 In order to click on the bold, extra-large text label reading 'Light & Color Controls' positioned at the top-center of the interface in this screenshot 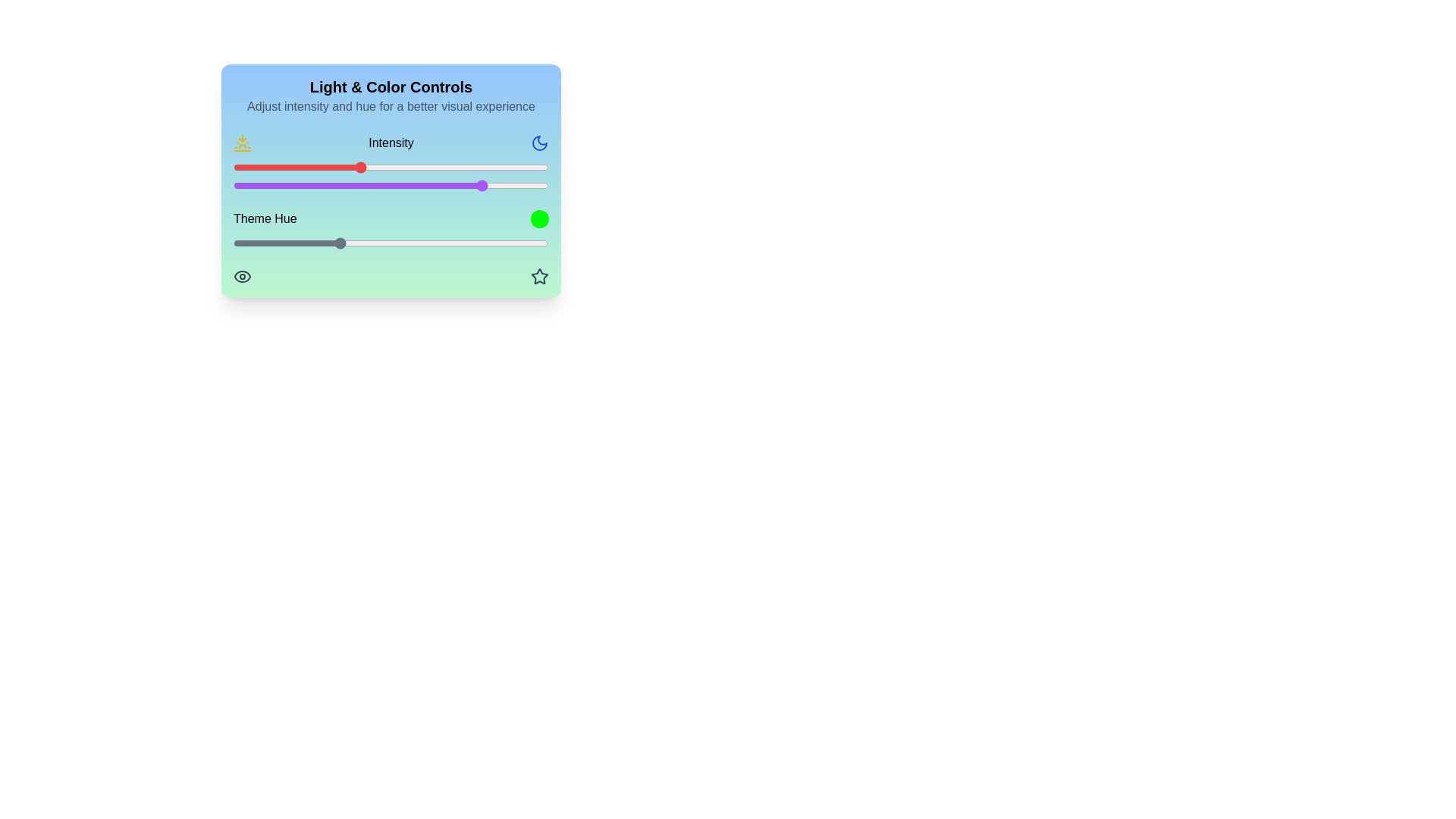, I will do `click(391, 87)`.